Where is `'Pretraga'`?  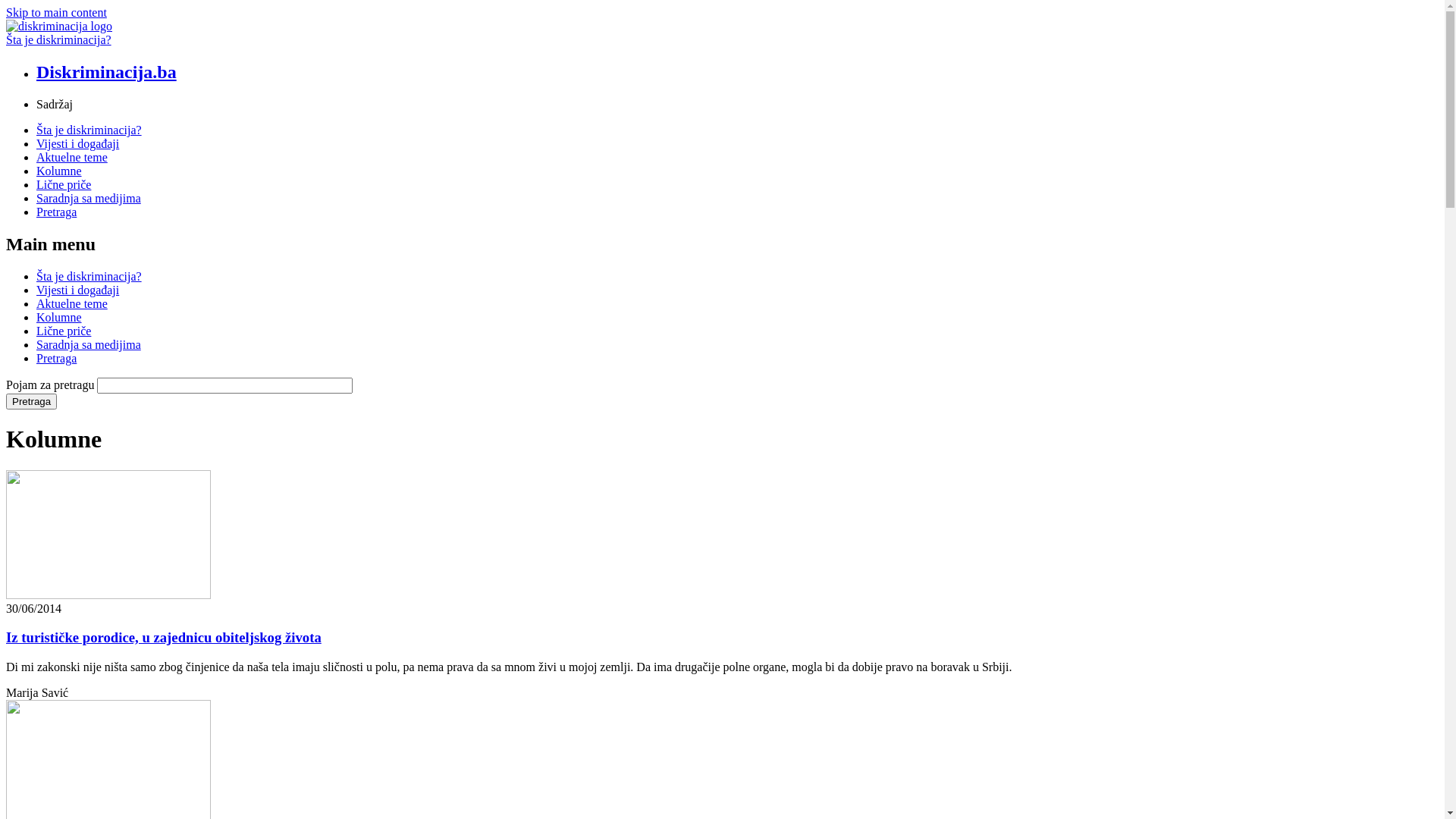 'Pretraga' is located at coordinates (56, 212).